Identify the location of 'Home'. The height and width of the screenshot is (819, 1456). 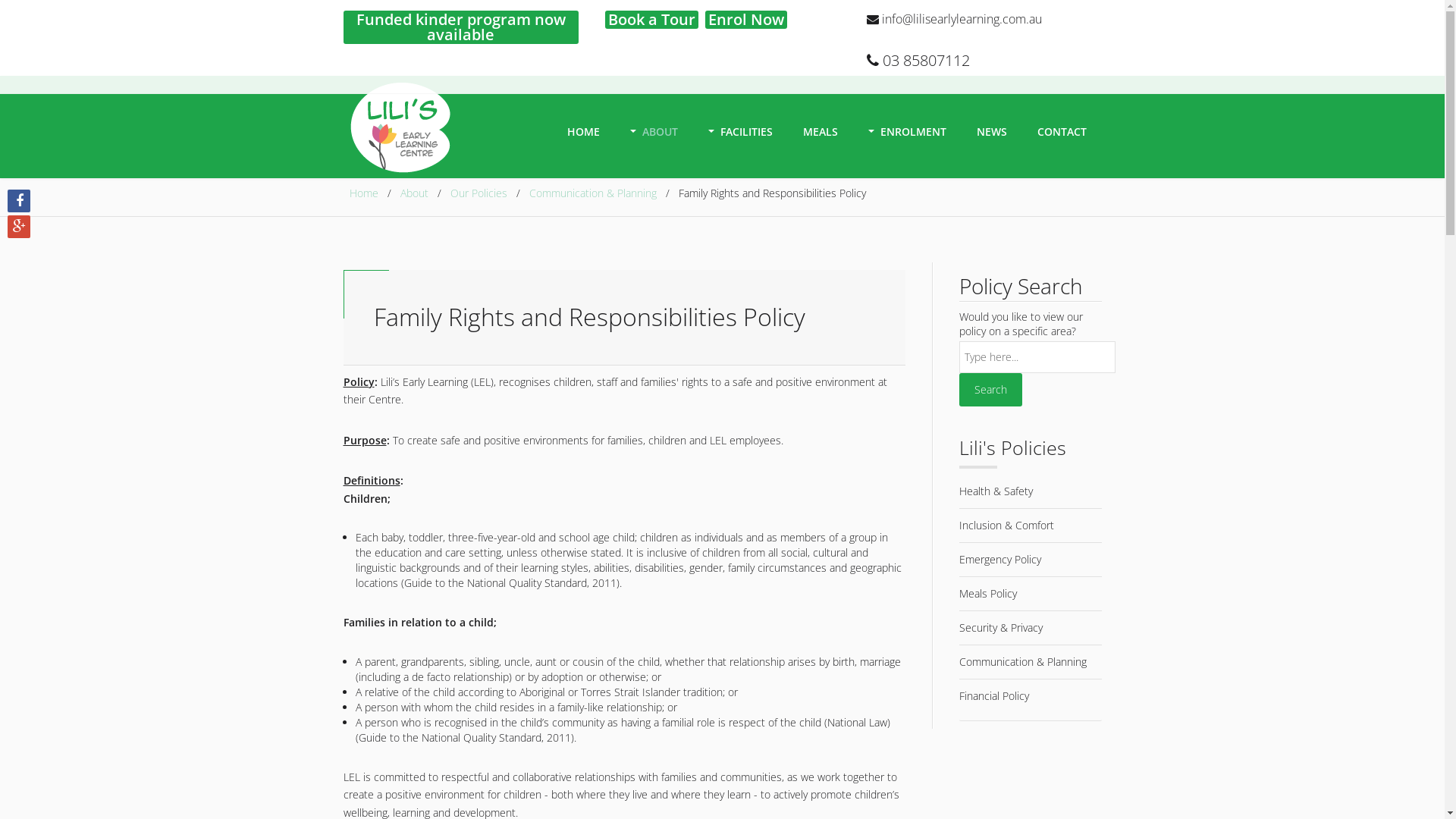
(362, 192).